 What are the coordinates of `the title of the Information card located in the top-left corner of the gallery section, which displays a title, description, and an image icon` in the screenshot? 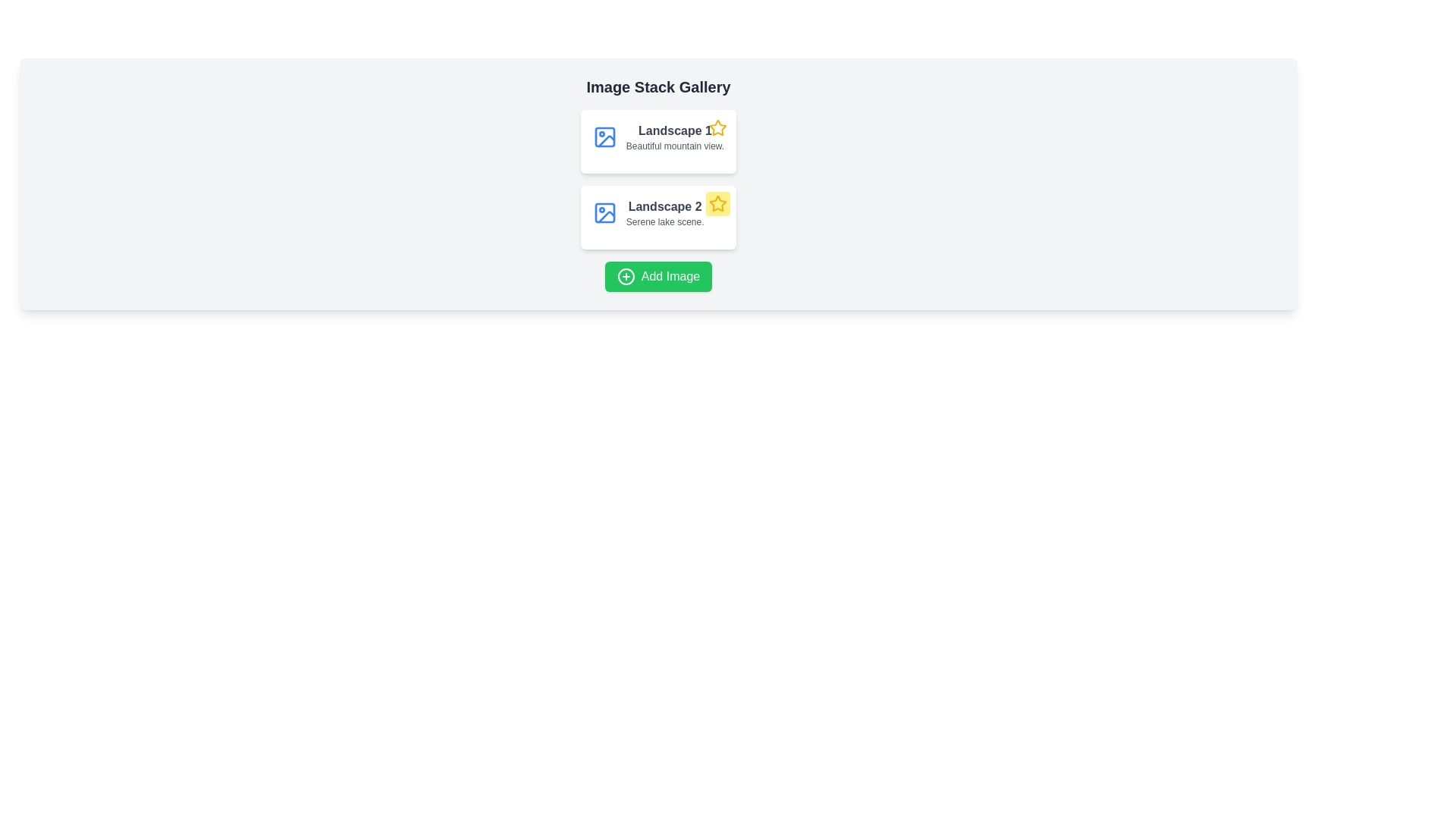 It's located at (658, 137).